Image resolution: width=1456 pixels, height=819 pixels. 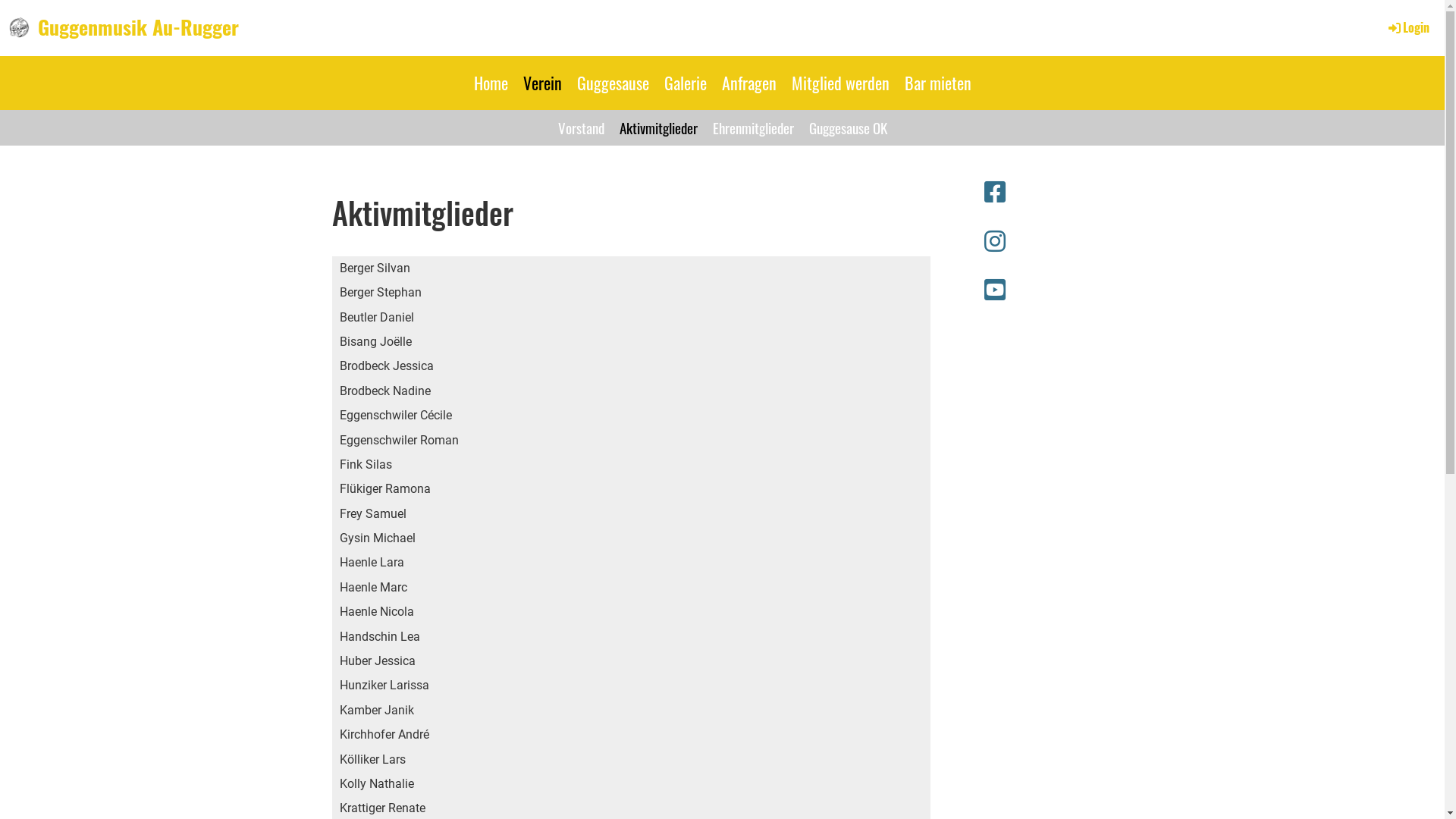 I want to click on 'Mitglied werden', so click(x=839, y=83).